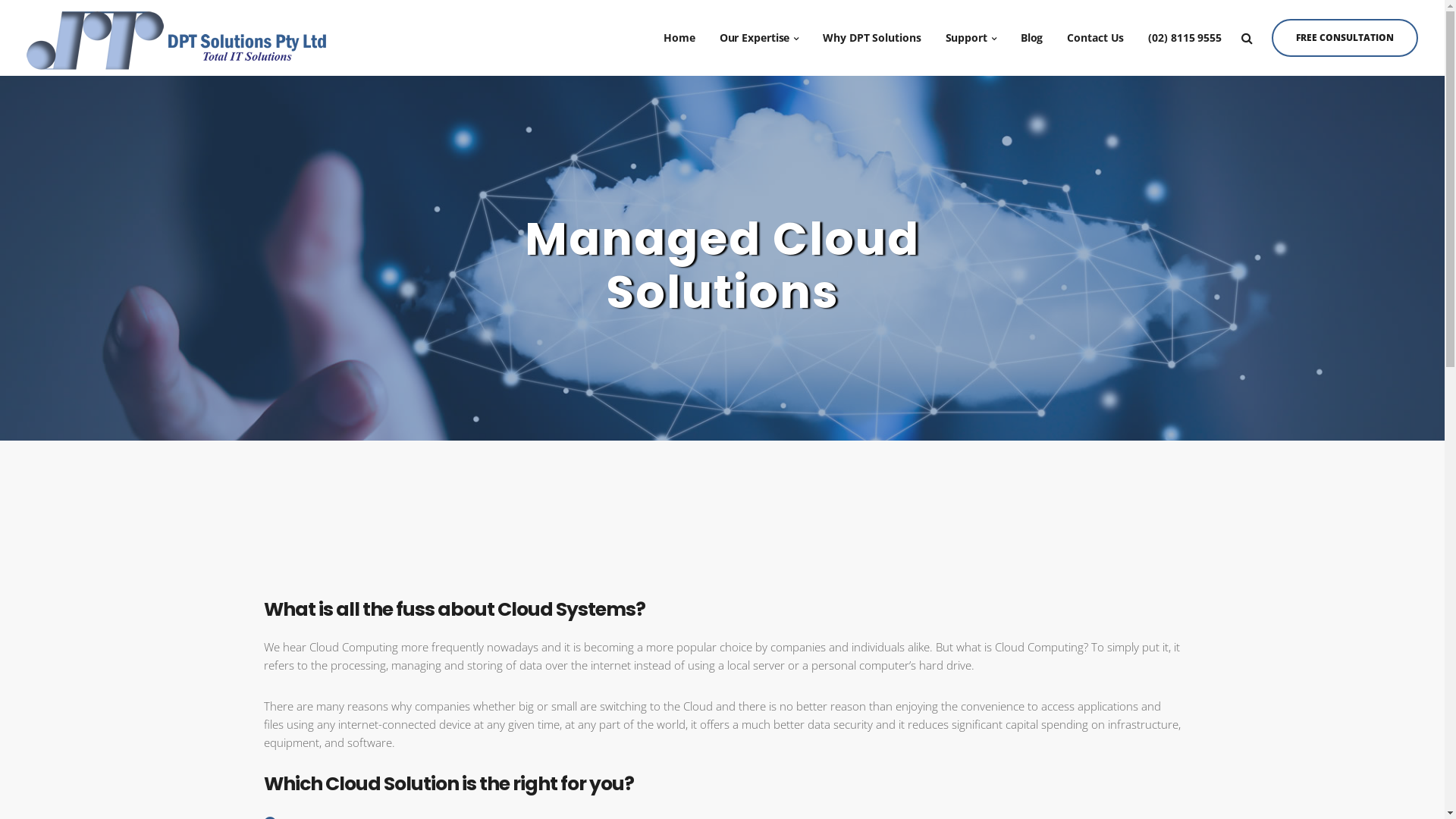 The width and height of the screenshot is (1456, 819). Describe the element at coordinates (1135, 37) in the screenshot. I see `'(02) 8115 9555'` at that location.